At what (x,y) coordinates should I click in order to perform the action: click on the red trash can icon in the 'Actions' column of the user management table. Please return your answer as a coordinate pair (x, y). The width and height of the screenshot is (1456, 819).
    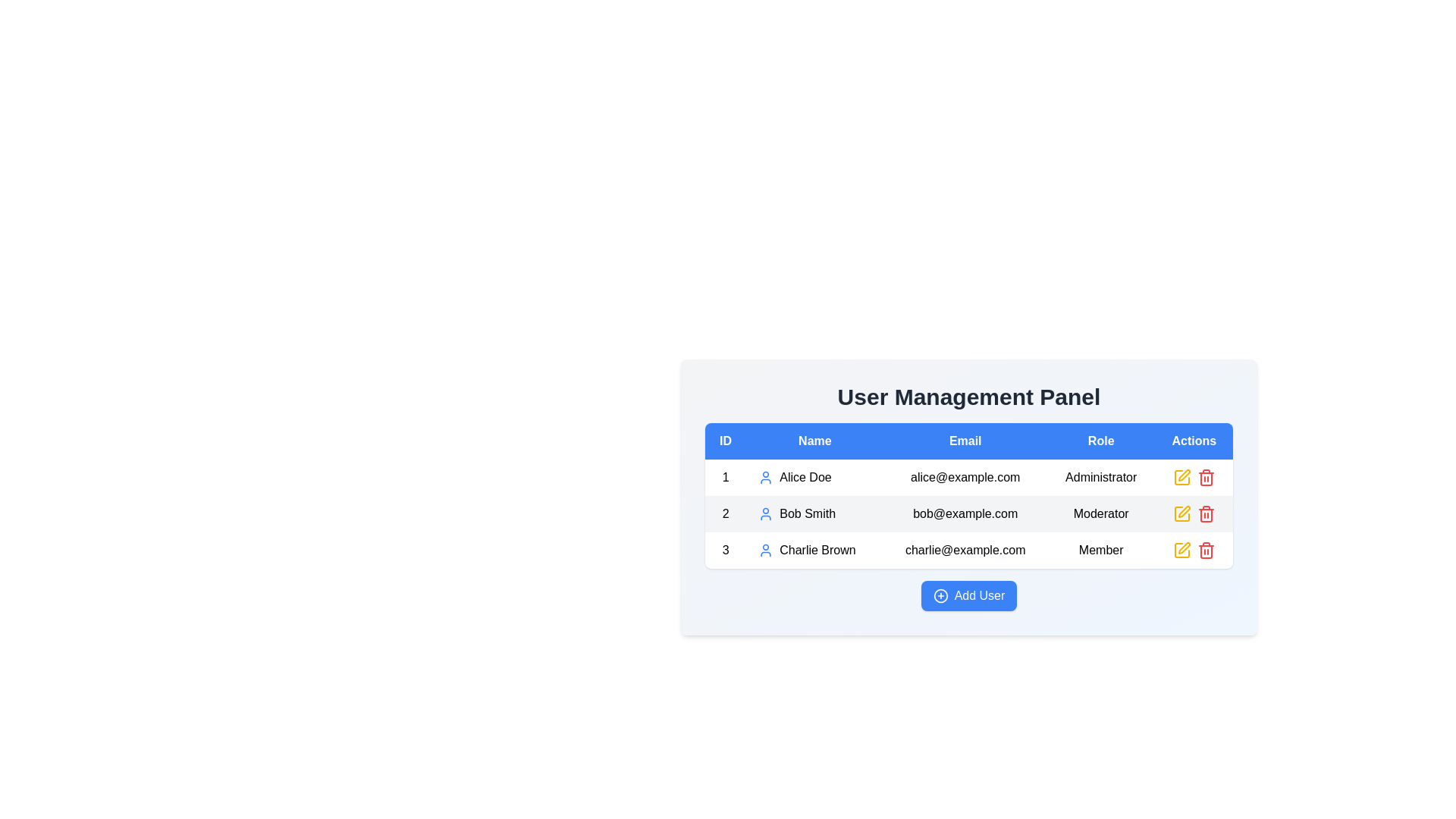
    Looking at the image, I should click on (1205, 550).